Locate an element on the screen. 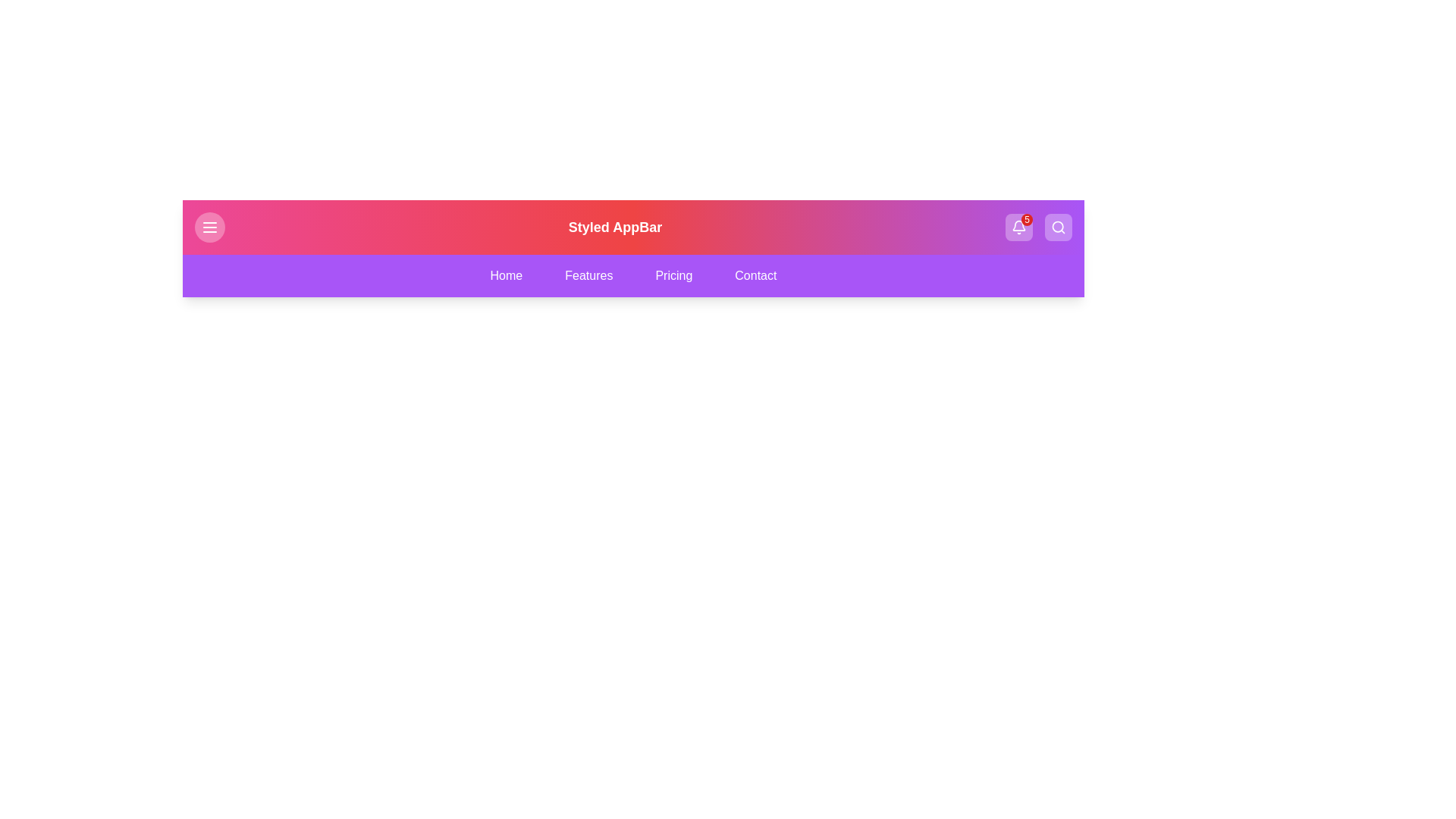 Image resolution: width=1456 pixels, height=819 pixels. notification button in the StyledAppBar component is located at coordinates (1019, 227).